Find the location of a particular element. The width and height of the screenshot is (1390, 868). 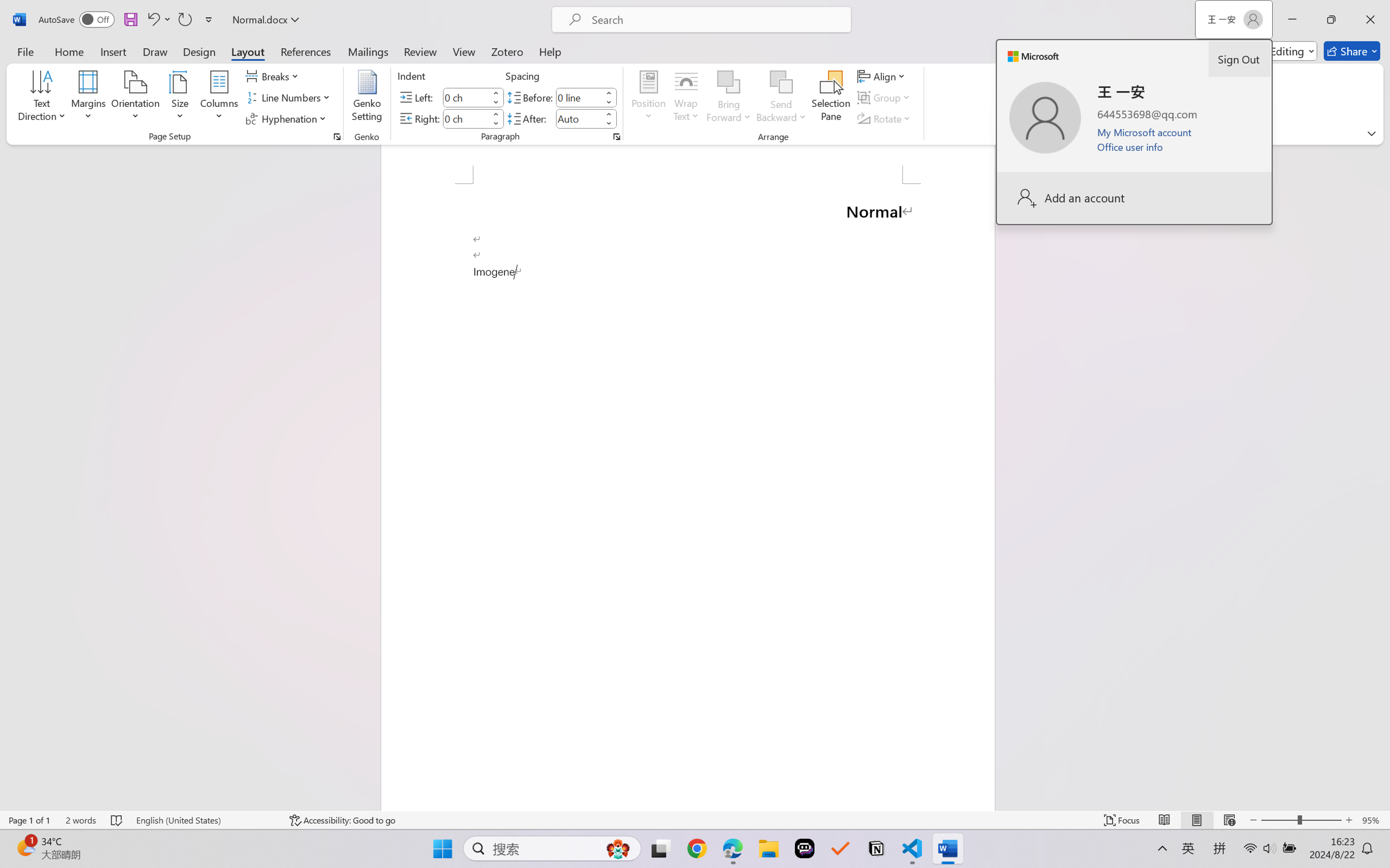

'Indent Left' is located at coordinates (465, 96).